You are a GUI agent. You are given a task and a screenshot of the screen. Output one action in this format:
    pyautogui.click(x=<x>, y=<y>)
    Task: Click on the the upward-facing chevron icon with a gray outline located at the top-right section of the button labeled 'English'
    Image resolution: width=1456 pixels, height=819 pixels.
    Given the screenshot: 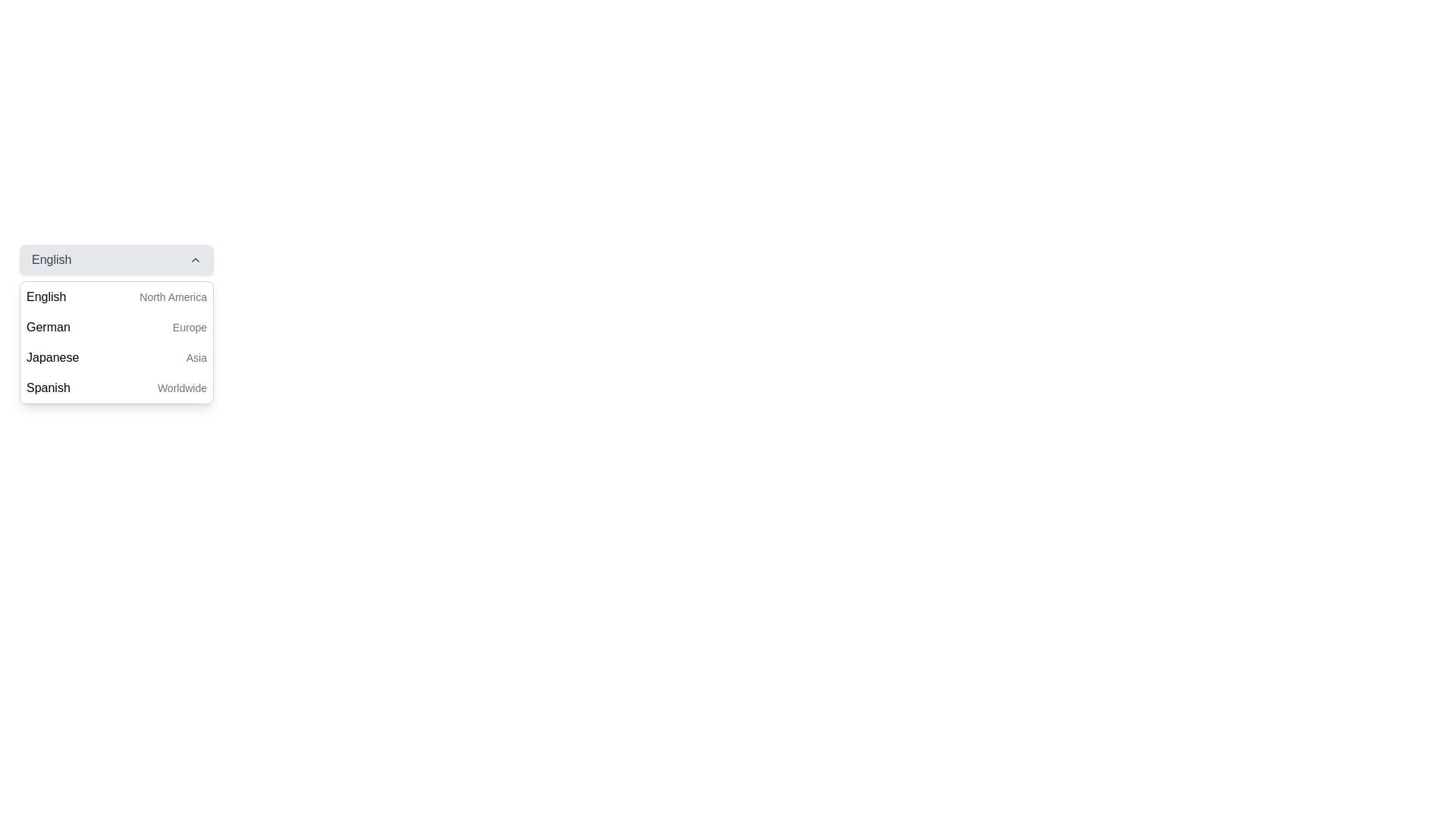 What is the action you would take?
    pyautogui.click(x=195, y=259)
    